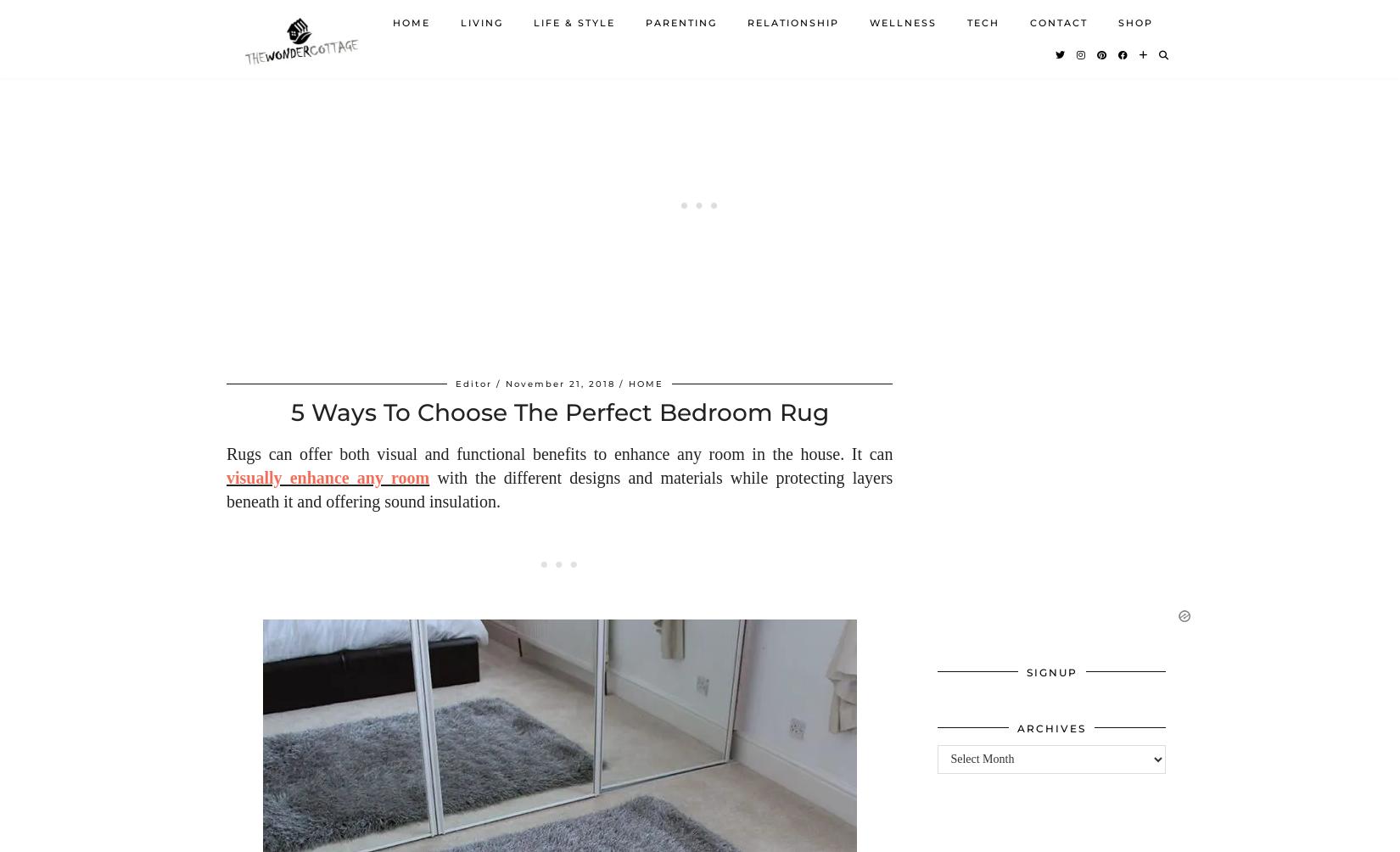 The height and width of the screenshot is (852, 1400). I want to click on 'CHILD CARE', so click(683, 104).